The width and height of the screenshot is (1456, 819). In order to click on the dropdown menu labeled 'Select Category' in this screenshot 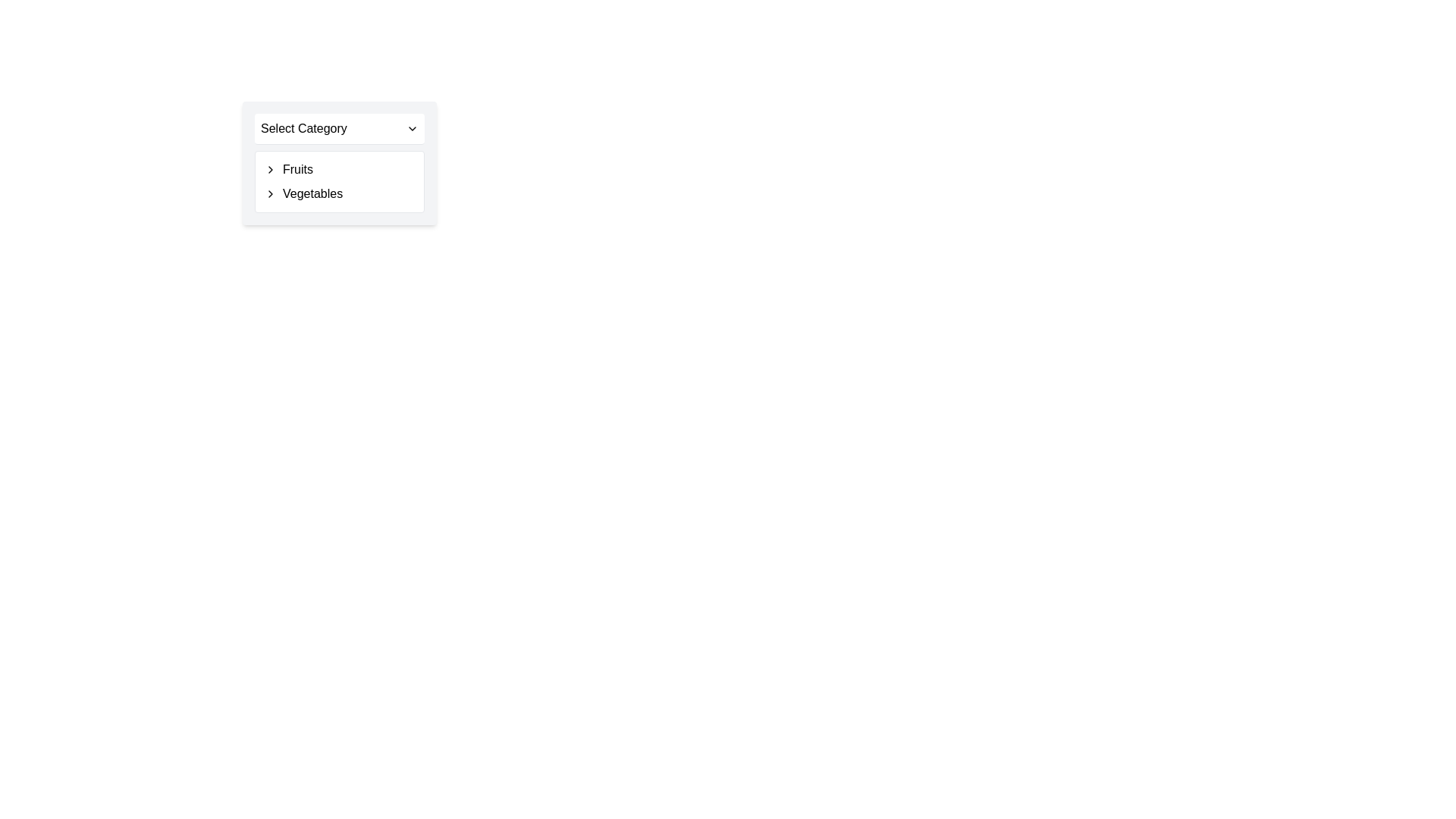, I will do `click(338, 163)`.